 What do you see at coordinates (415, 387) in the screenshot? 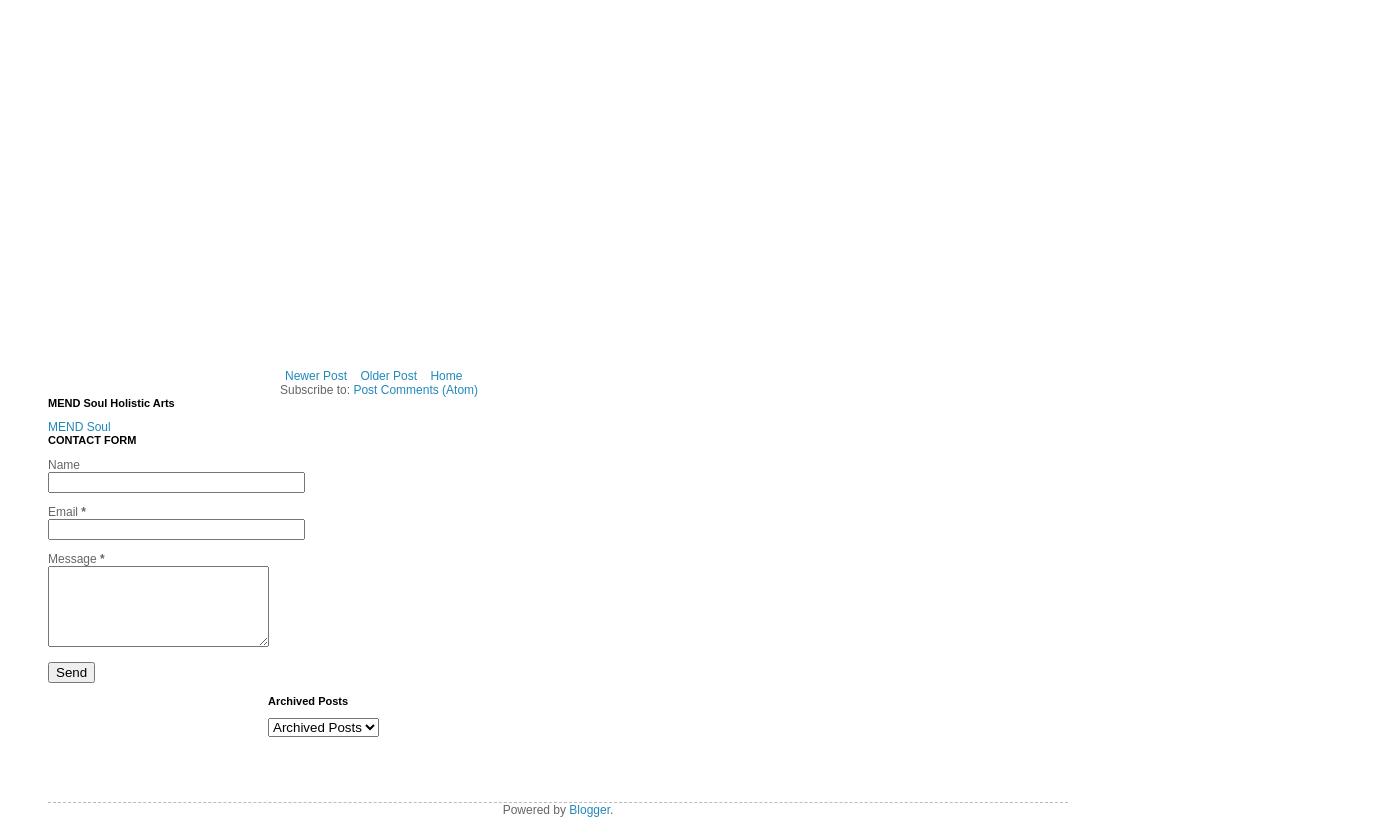
I see `'Post Comments (Atom)'` at bounding box center [415, 387].